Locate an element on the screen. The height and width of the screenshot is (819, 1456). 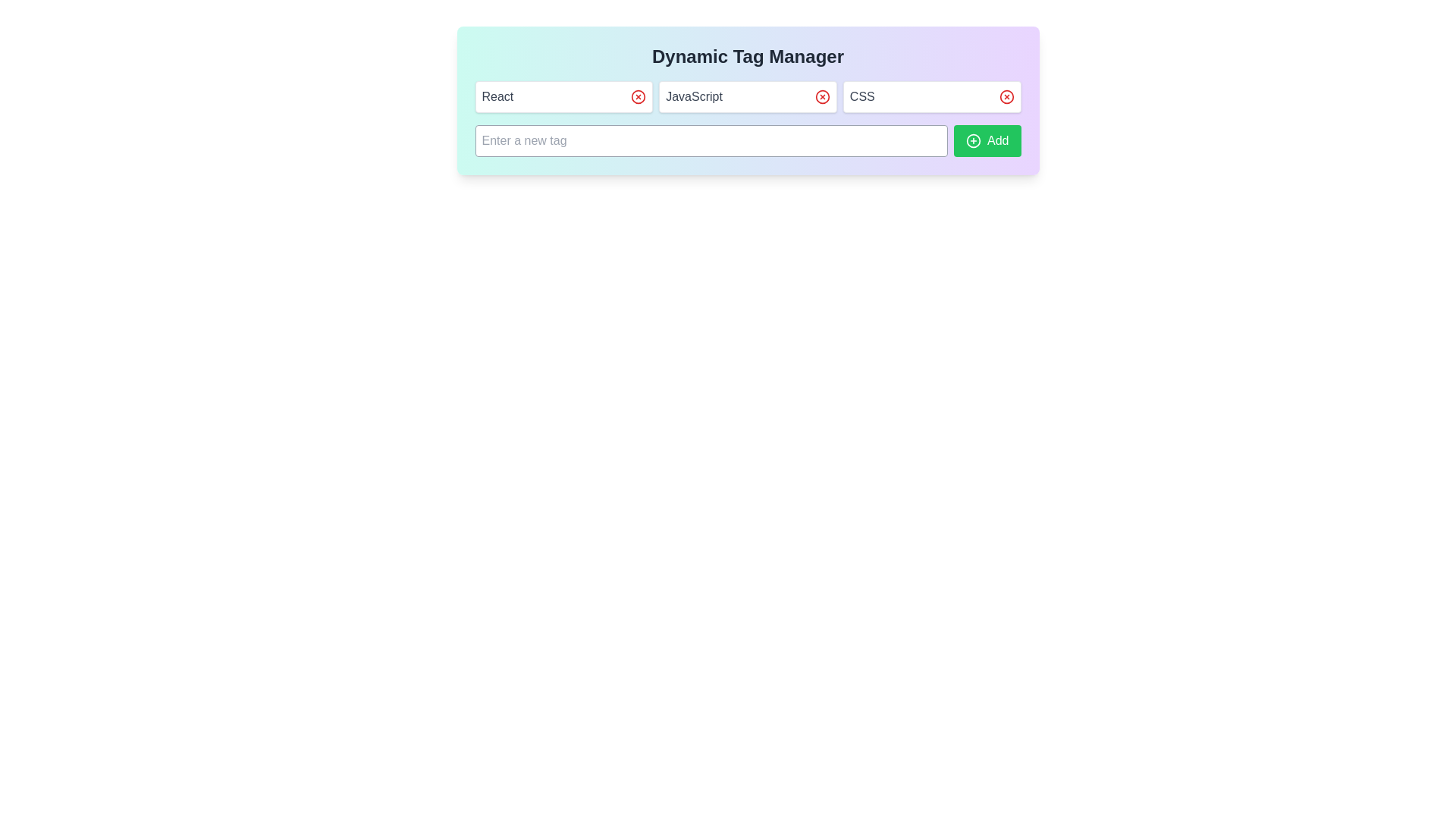
the Remove button for the tag JavaScript is located at coordinates (821, 96).